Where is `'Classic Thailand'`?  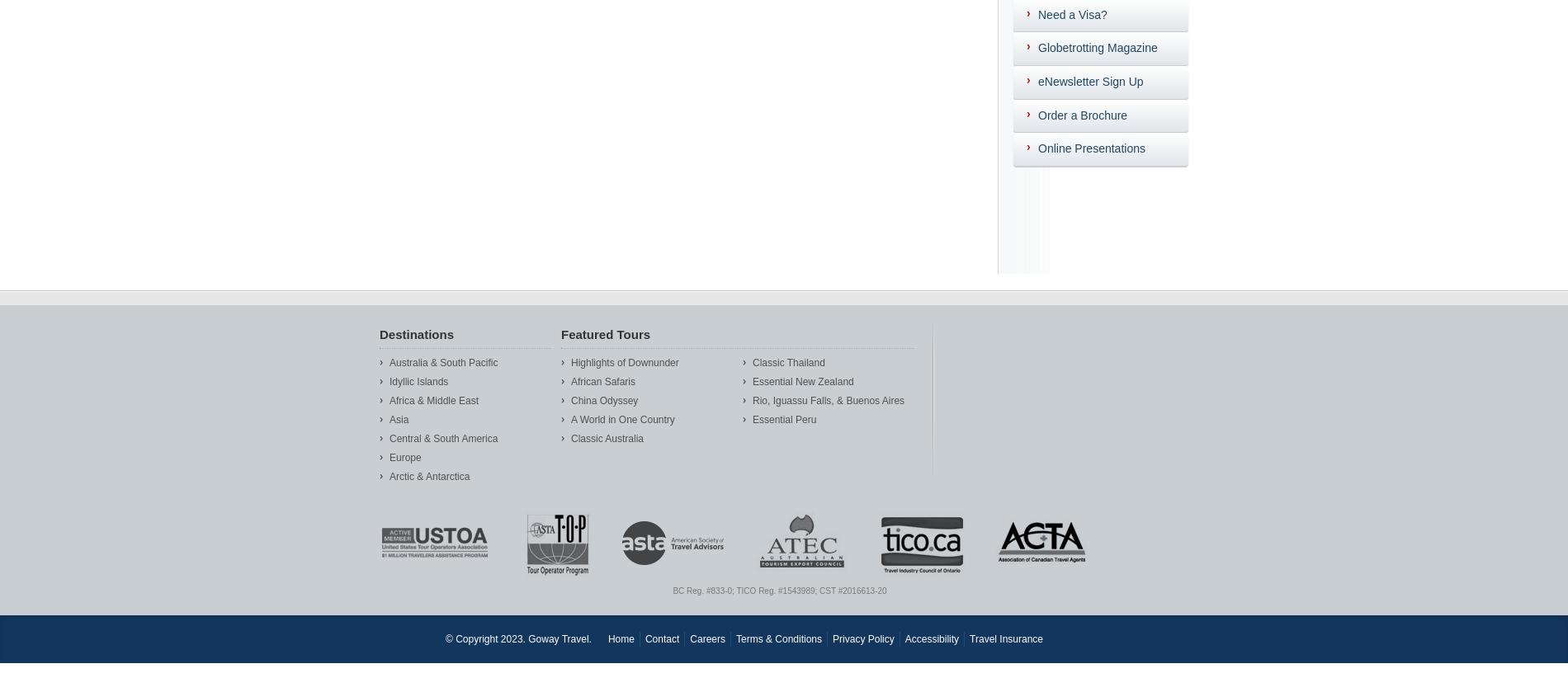
'Classic Thailand' is located at coordinates (752, 361).